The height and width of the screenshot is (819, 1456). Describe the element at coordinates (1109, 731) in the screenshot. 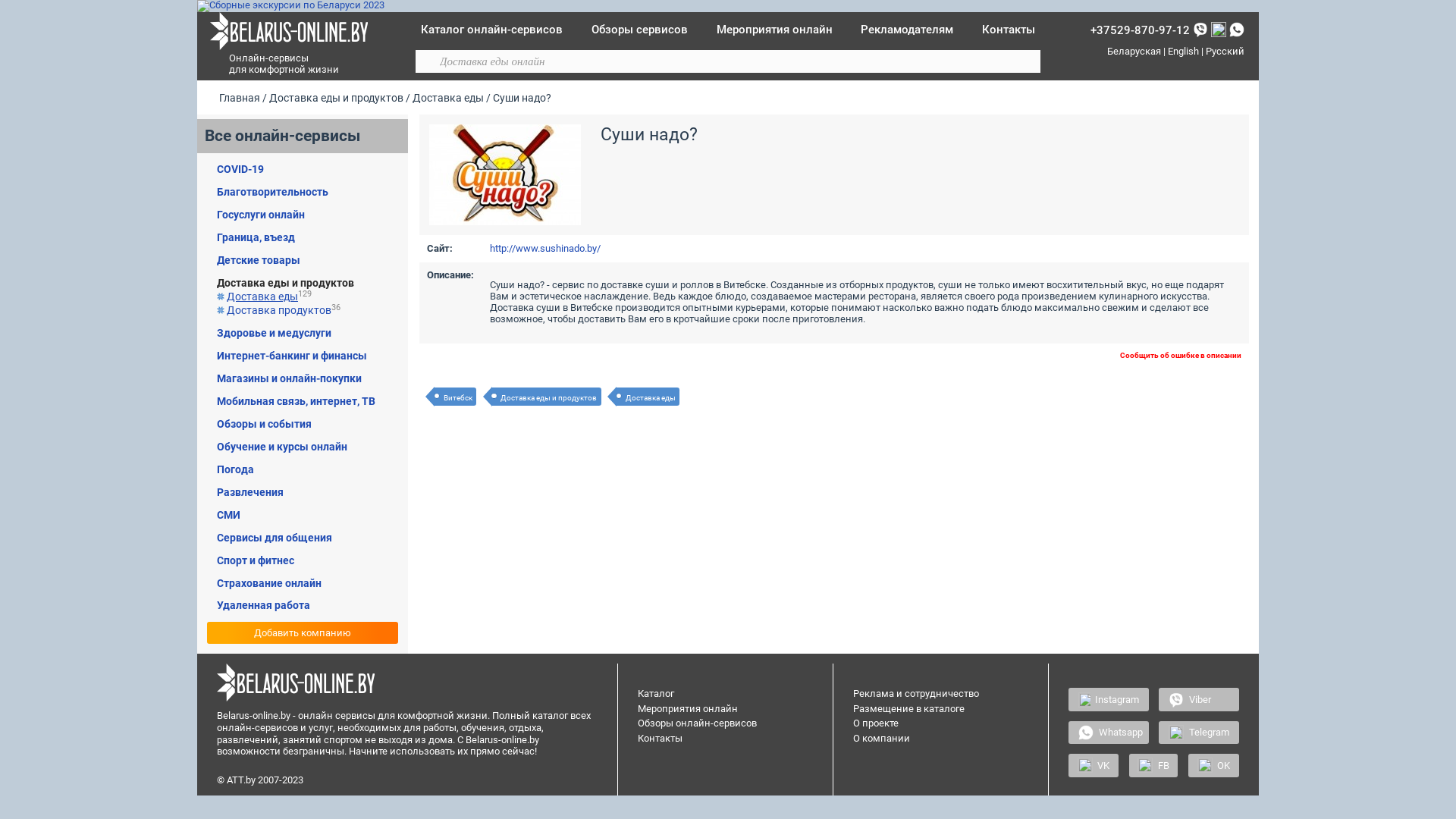

I see `'Whatsapp'` at that location.